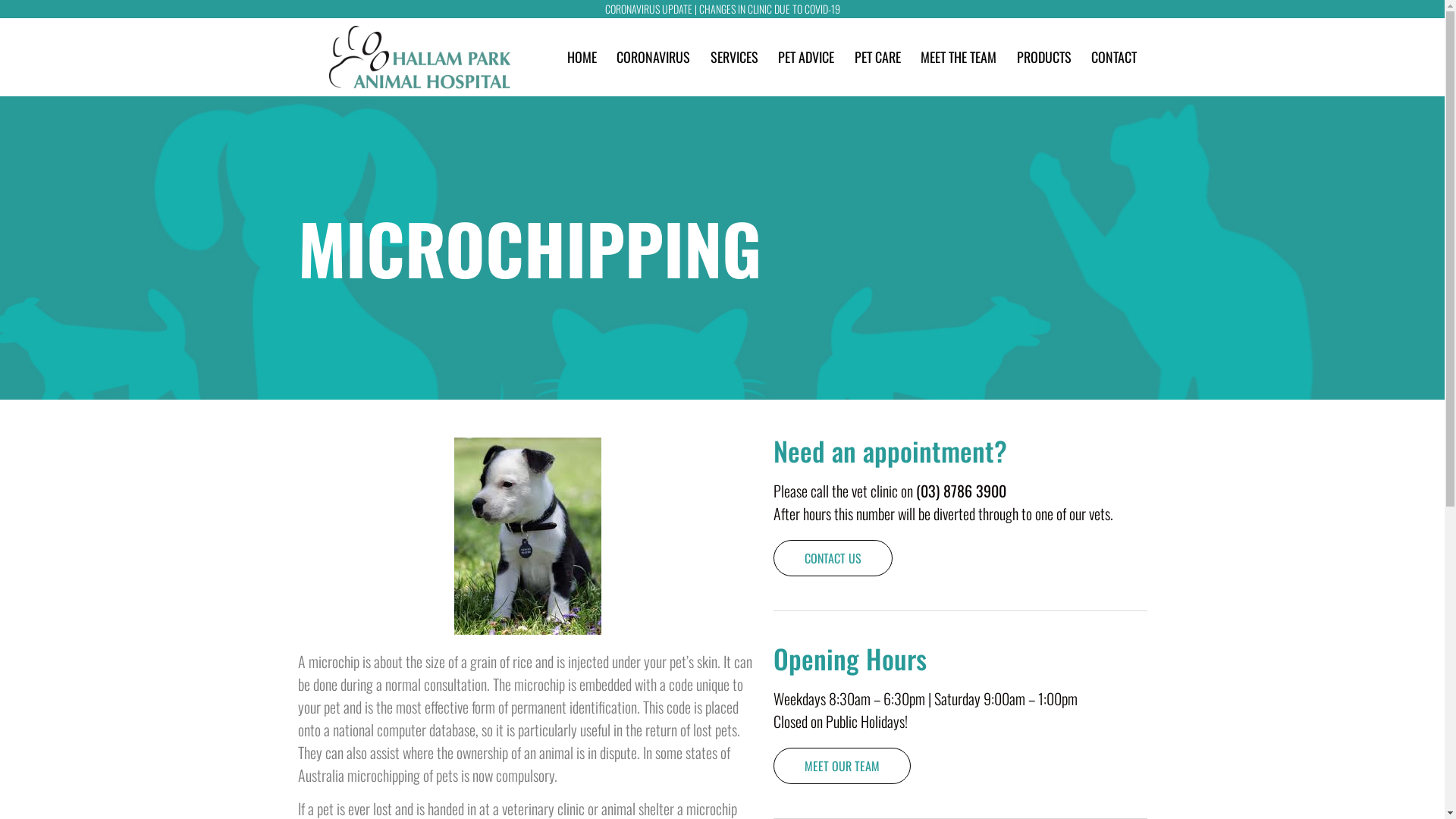 This screenshot has height=819, width=1456. Describe the element at coordinates (773, 766) in the screenshot. I see `'MEET OUR TEAM'` at that location.